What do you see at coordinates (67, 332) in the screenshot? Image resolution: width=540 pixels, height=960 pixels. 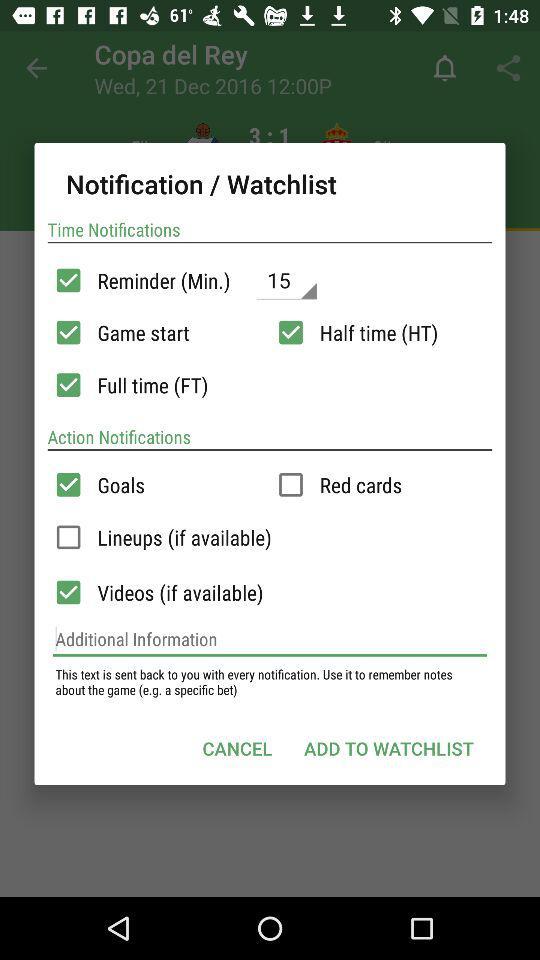 I see `validate option` at bounding box center [67, 332].